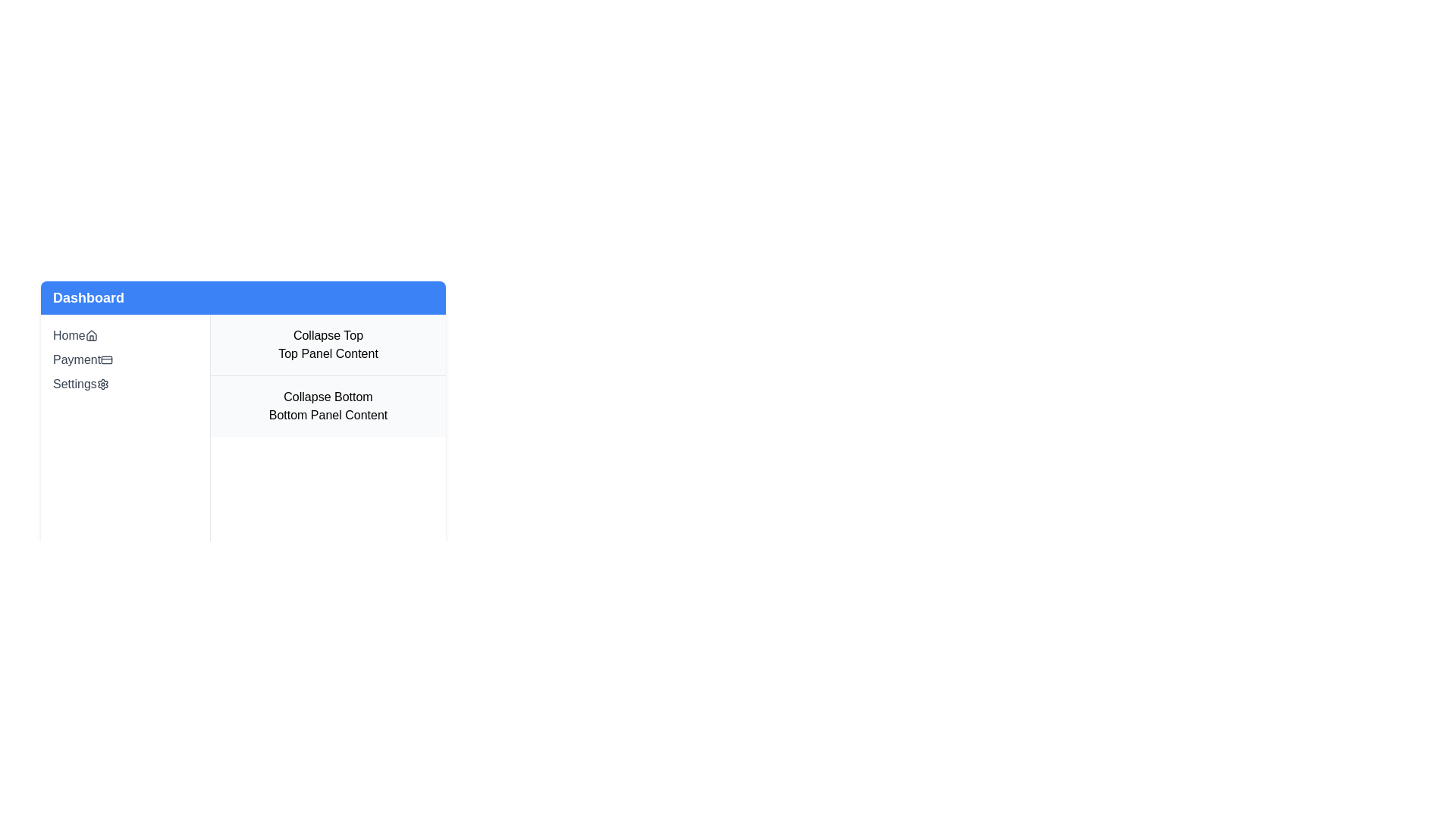 The image size is (1456, 819). I want to click on the 'Home' navigation menu icon, which is the first icon in the vertical navigation menu located next to the text 'Home', so click(90, 335).